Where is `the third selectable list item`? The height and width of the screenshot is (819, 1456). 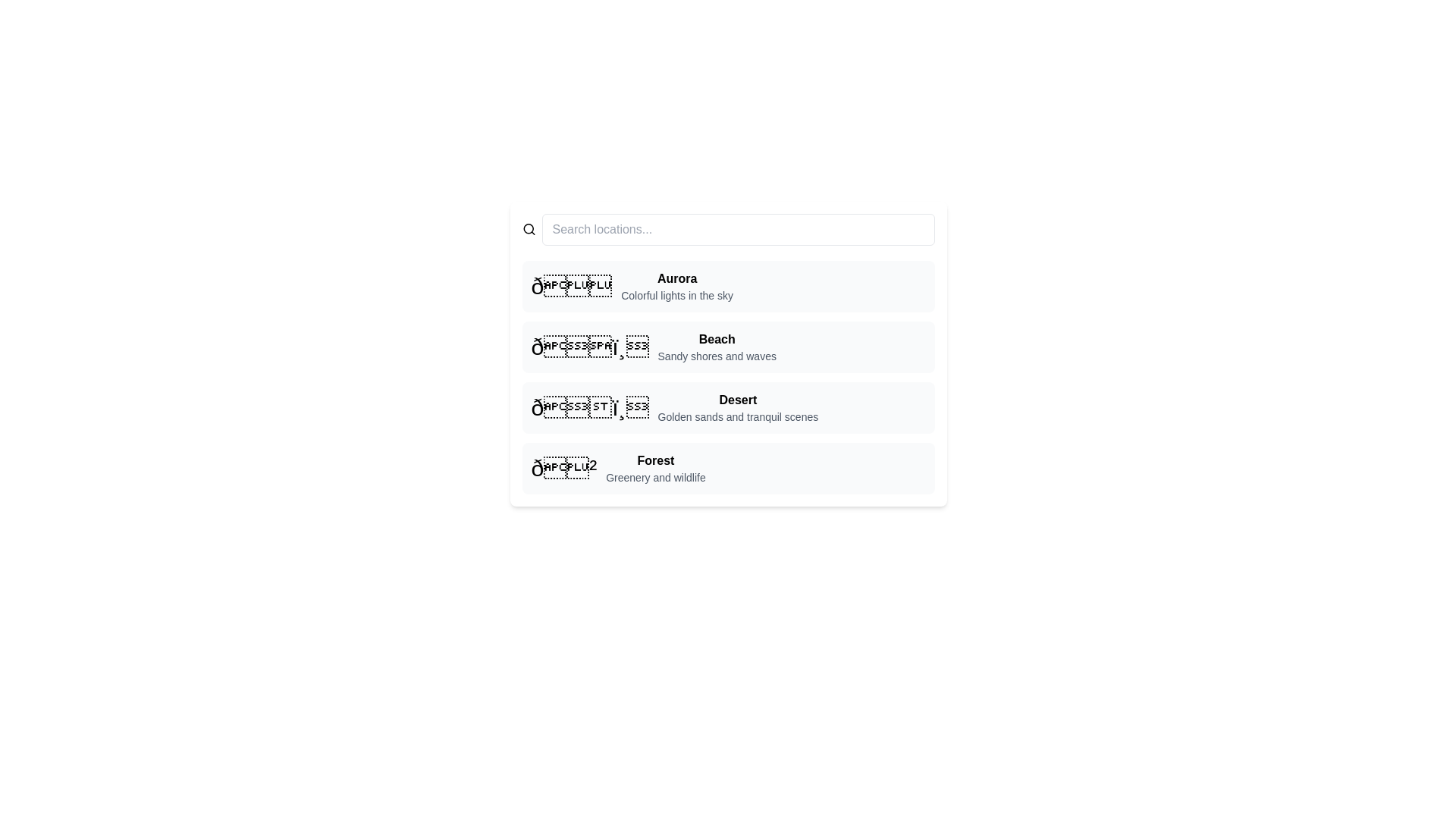 the third selectable list item is located at coordinates (728, 406).